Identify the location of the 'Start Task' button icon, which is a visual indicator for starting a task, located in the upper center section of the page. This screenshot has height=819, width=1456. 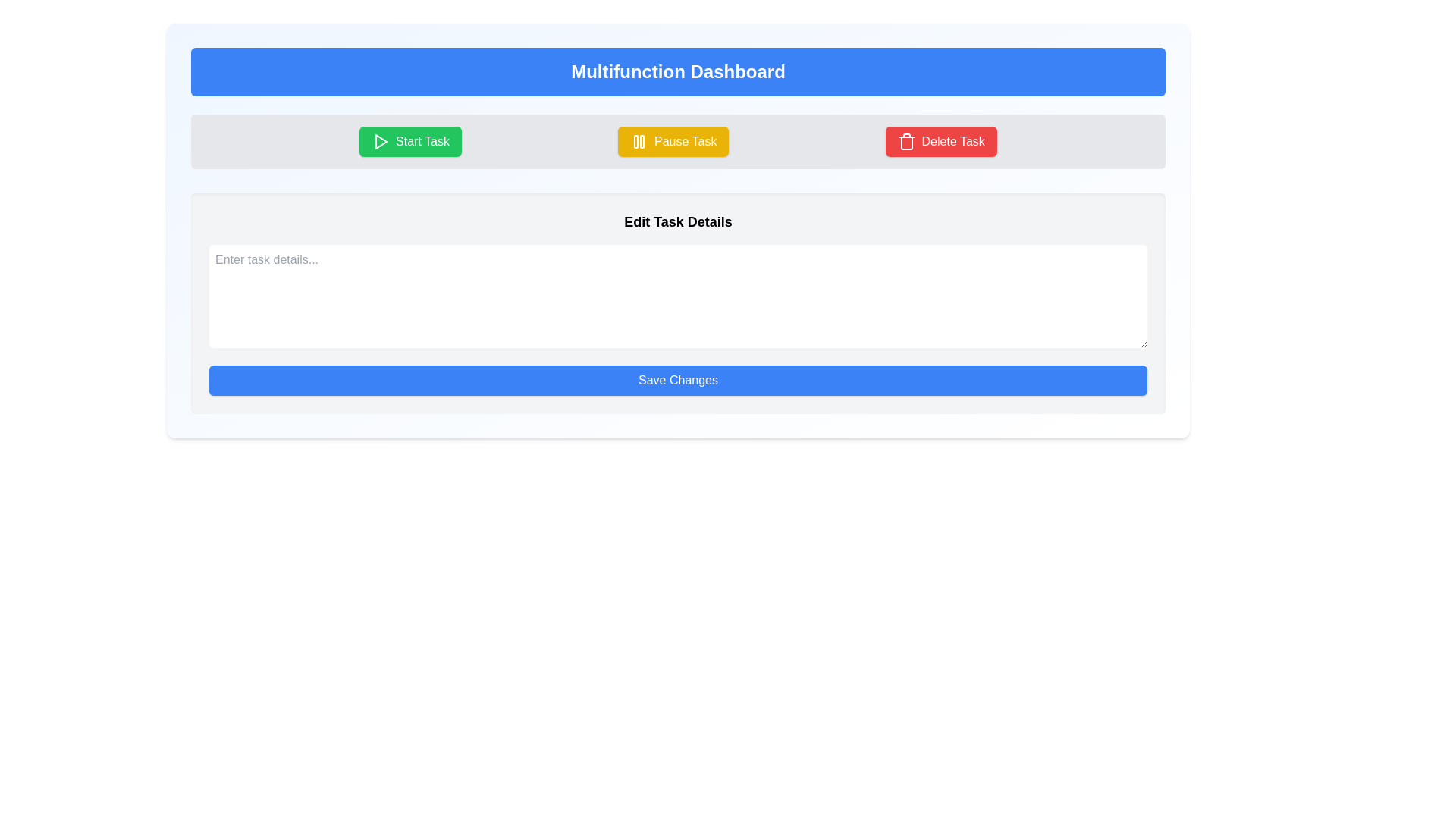
(381, 141).